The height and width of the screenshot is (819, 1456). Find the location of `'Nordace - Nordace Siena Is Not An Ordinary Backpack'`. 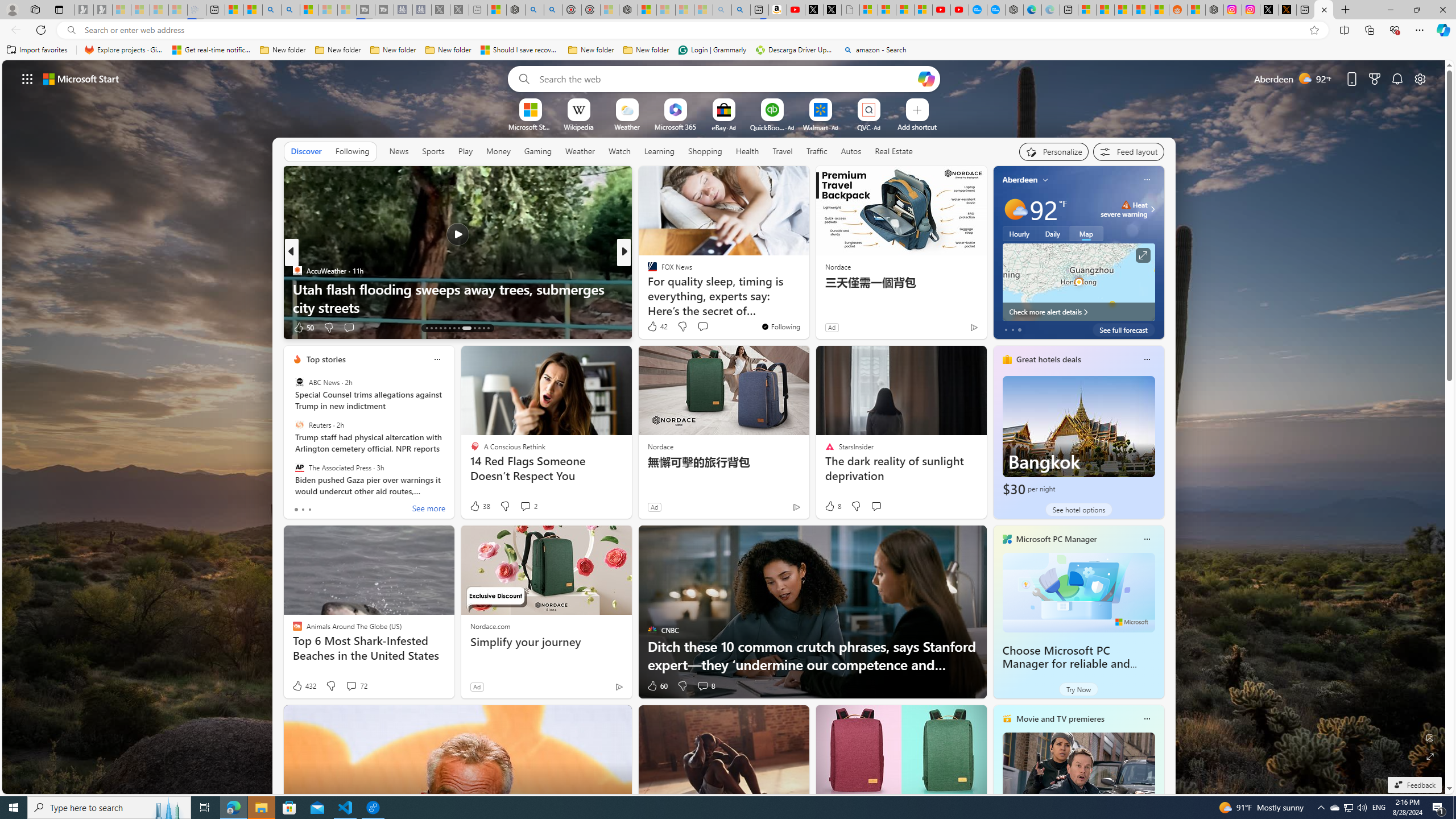

'Nordace - Nordace Siena Is Not An Ordinary Backpack' is located at coordinates (628, 9).